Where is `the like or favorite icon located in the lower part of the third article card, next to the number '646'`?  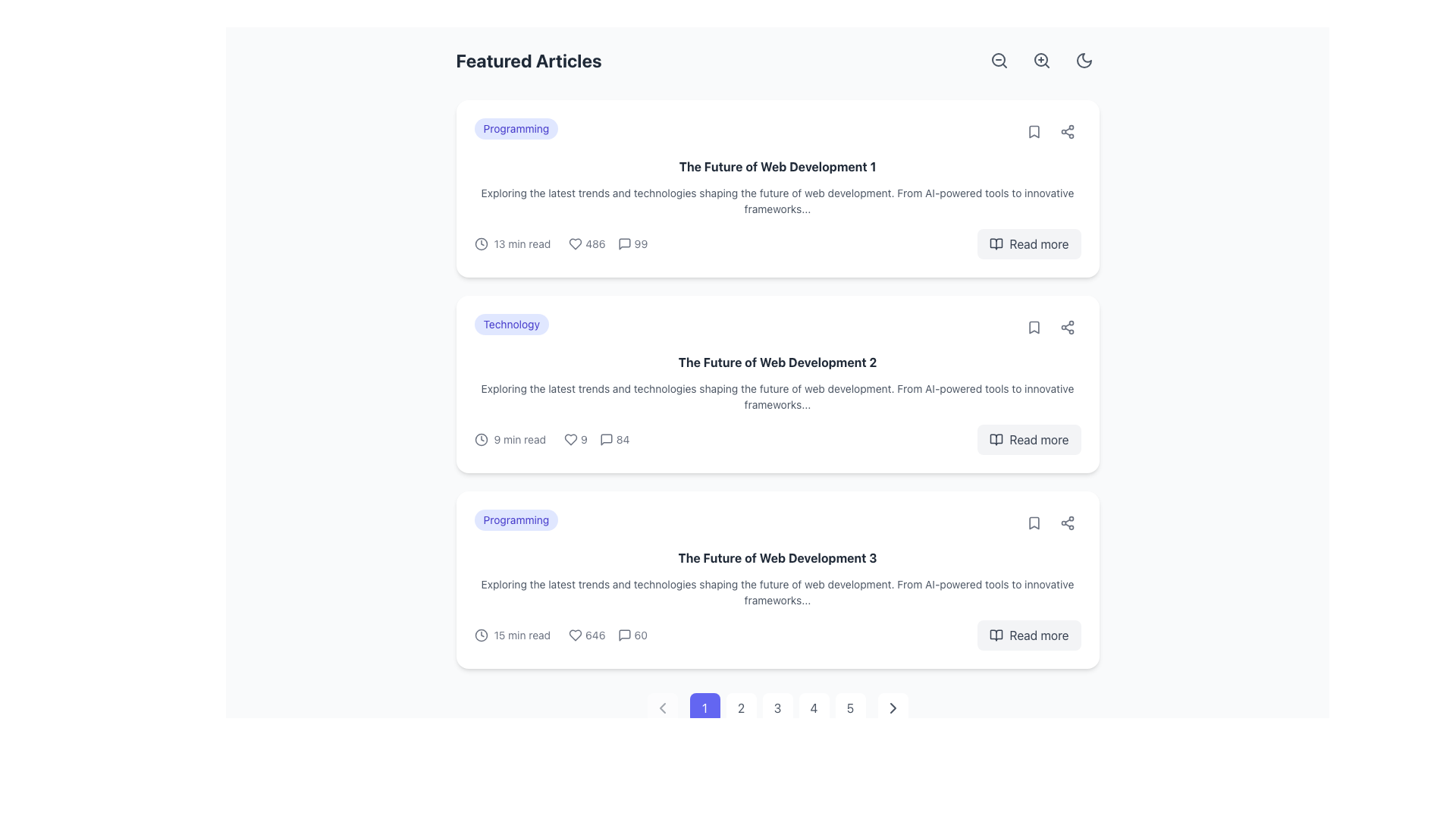 the like or favorite icon located in the lower part of the third article card, next to the number '646' is located at coordinates (574, 635).